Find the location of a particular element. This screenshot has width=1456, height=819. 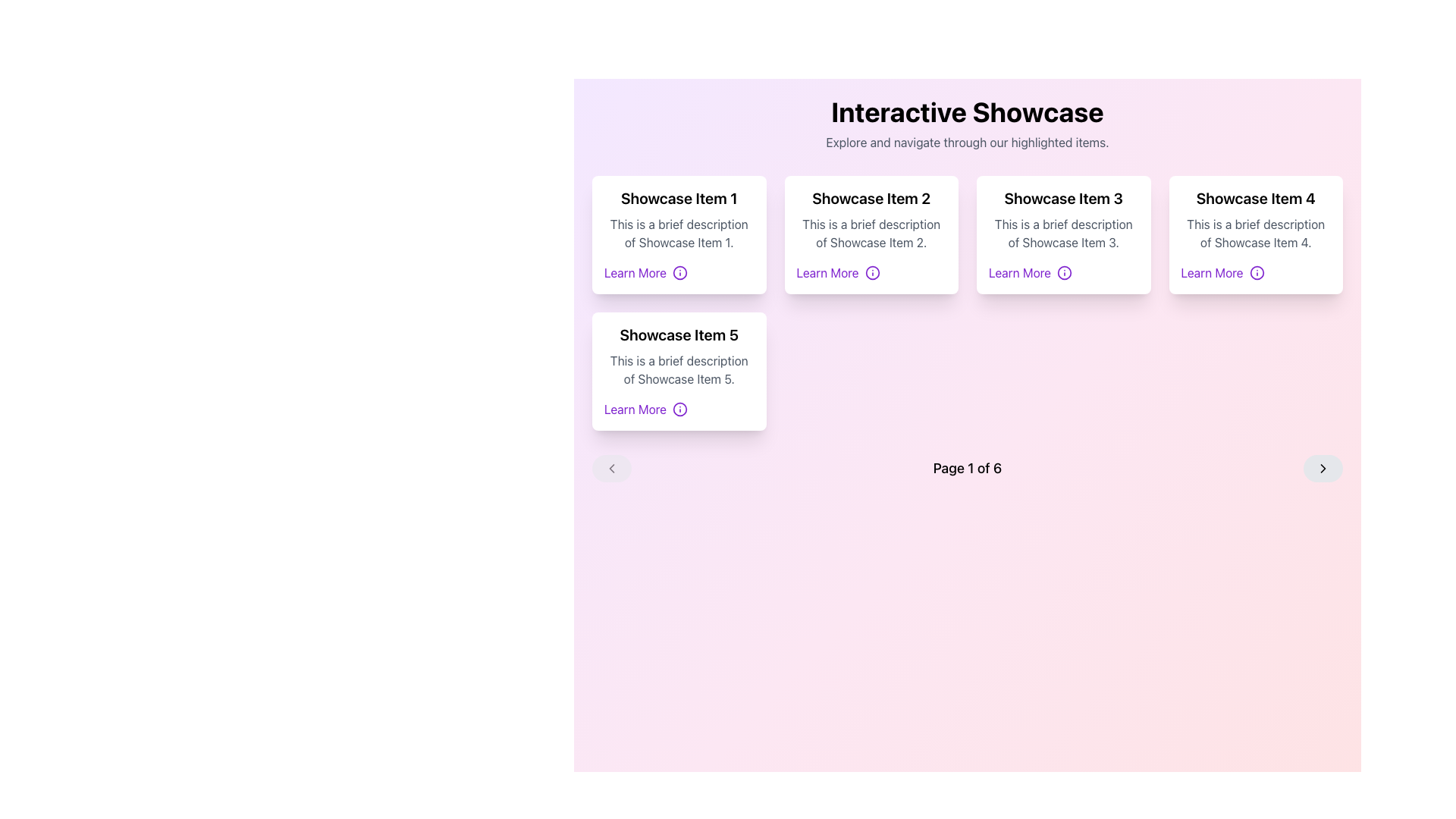

the decorative circle shape of the info icon located adjacent to the 'Learn More' link in the fourth showcase card on the second row is located at coordinates (1257, 271).